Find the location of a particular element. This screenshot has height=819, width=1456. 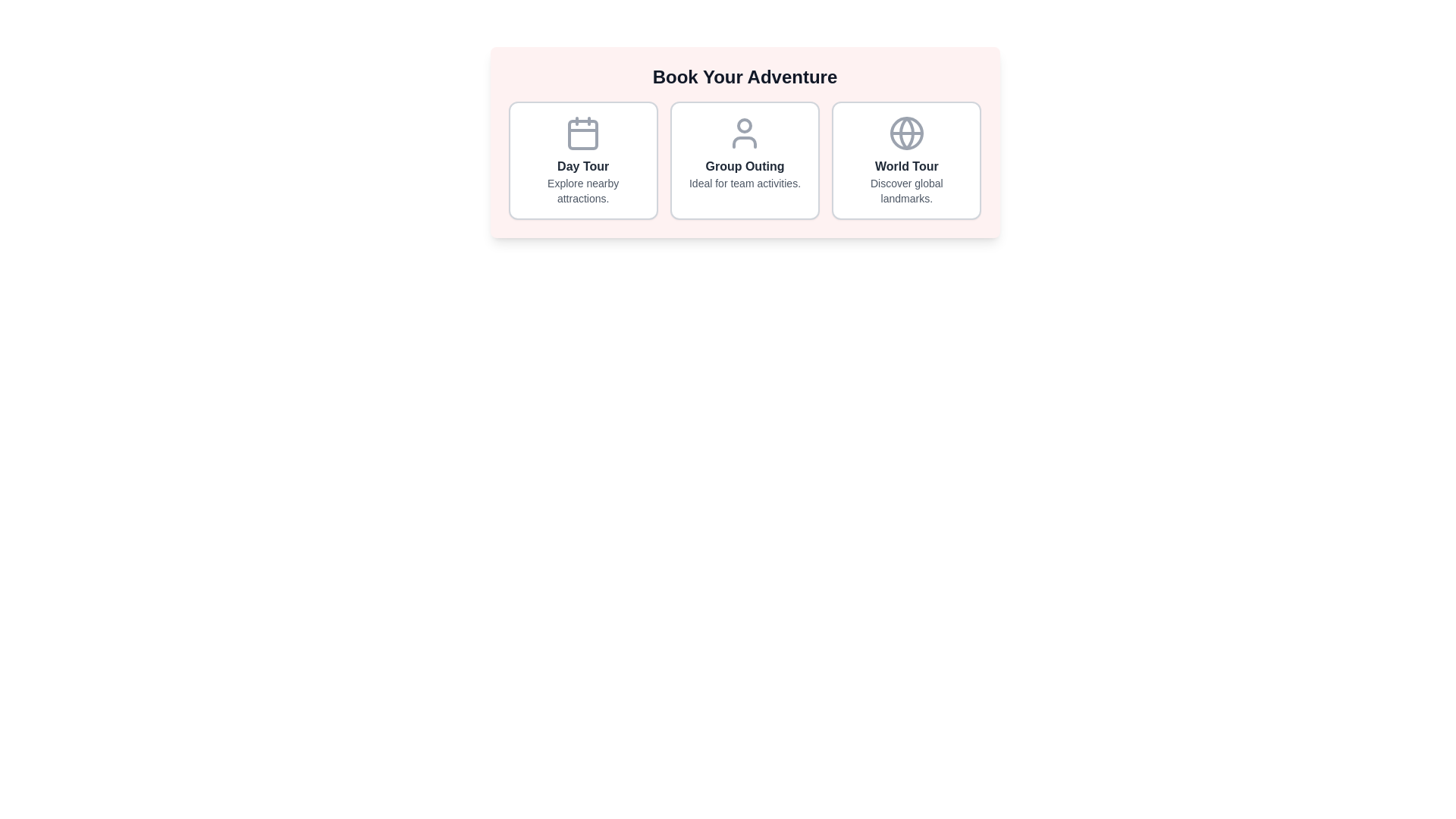

the Text Display element located below the 'Day Tour' heading in the first tile, which provides additional descriptive information about the 'Day Tour' option is located at coordinates (582, 190).